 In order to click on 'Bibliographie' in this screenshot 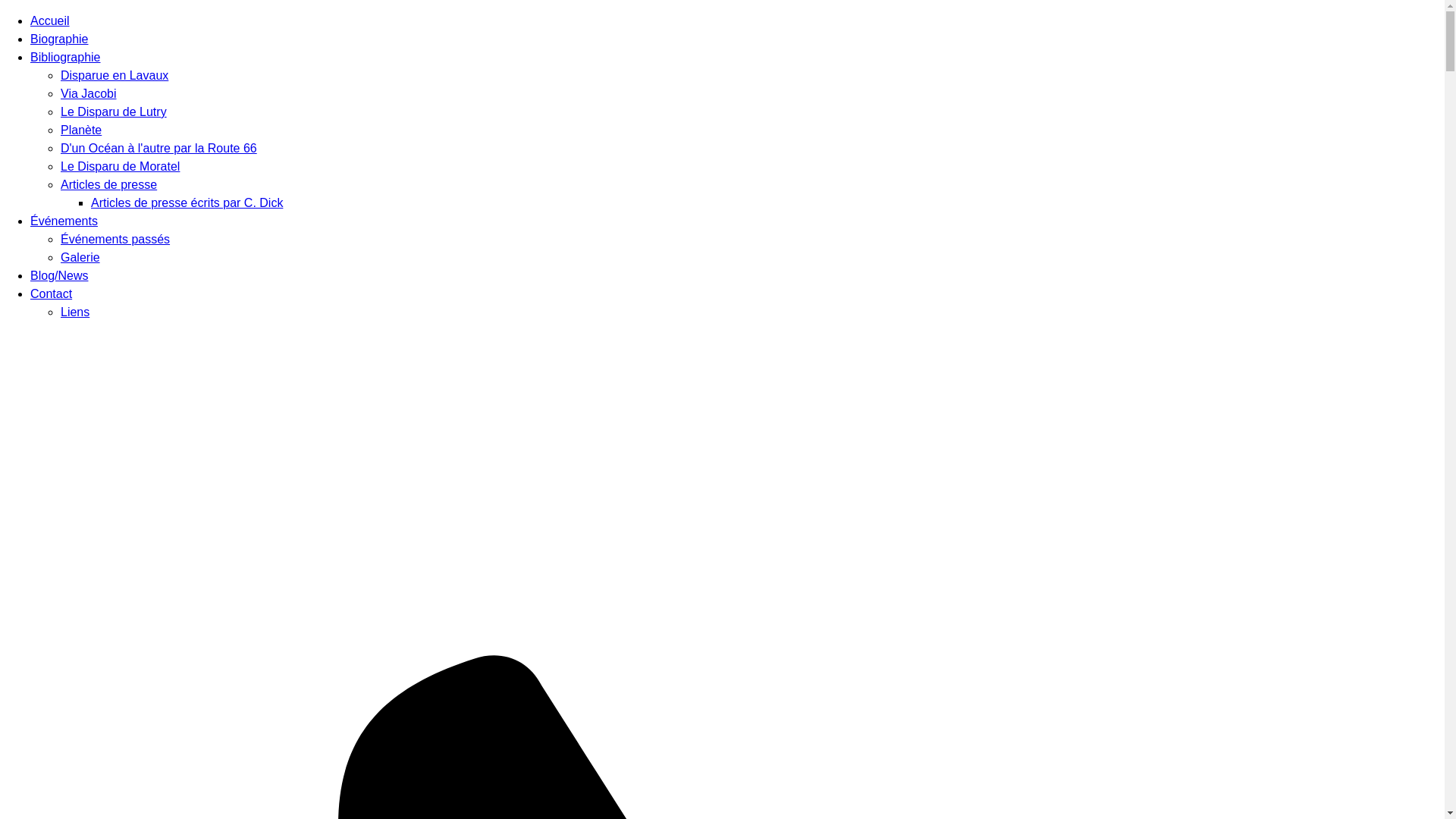, I will do `click(64, 56)`.